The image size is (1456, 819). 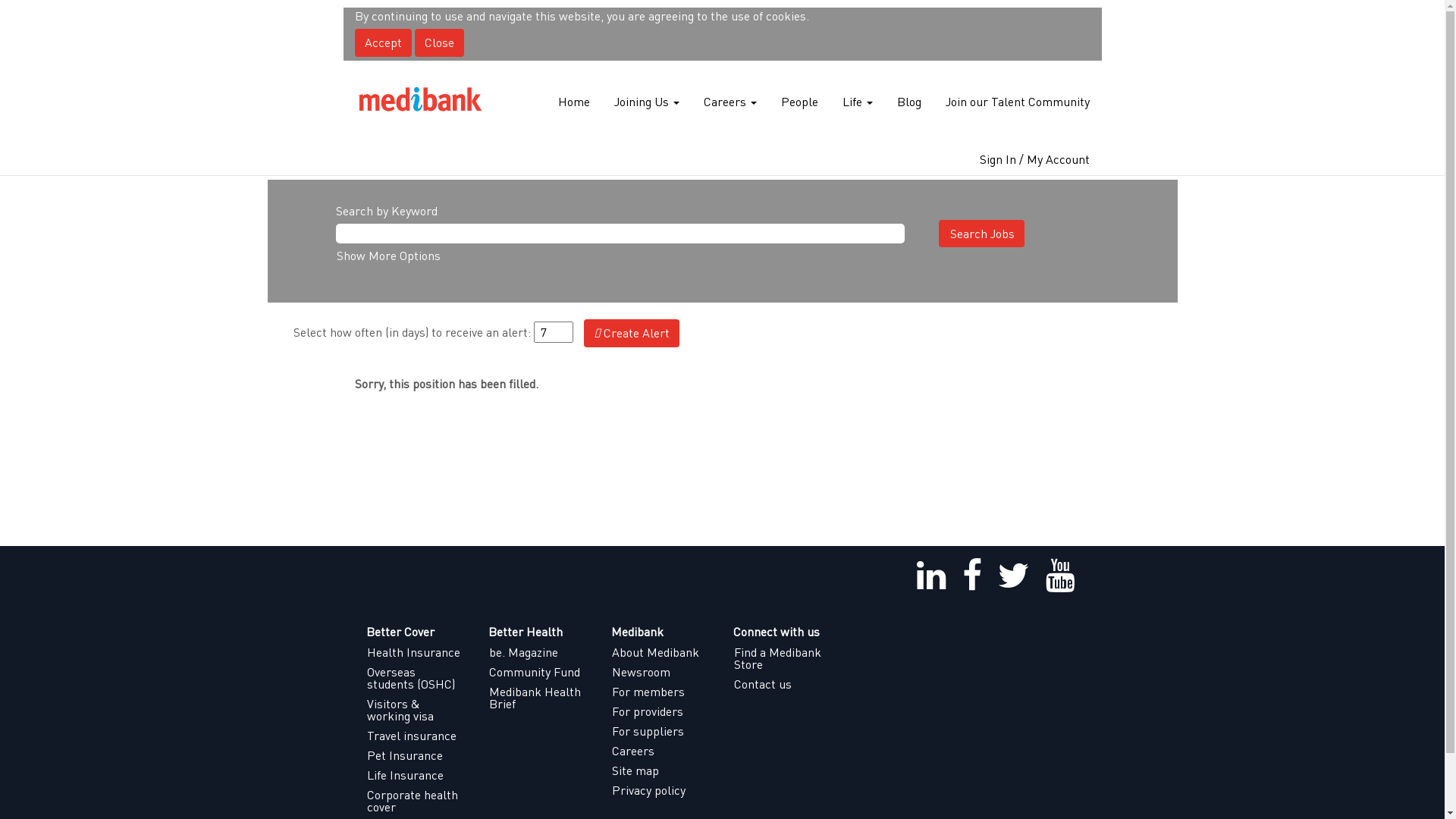 What do you see at coordinates (661, 691) in the screenshot?
I see `'For members'` at bounding box center [661, 691].